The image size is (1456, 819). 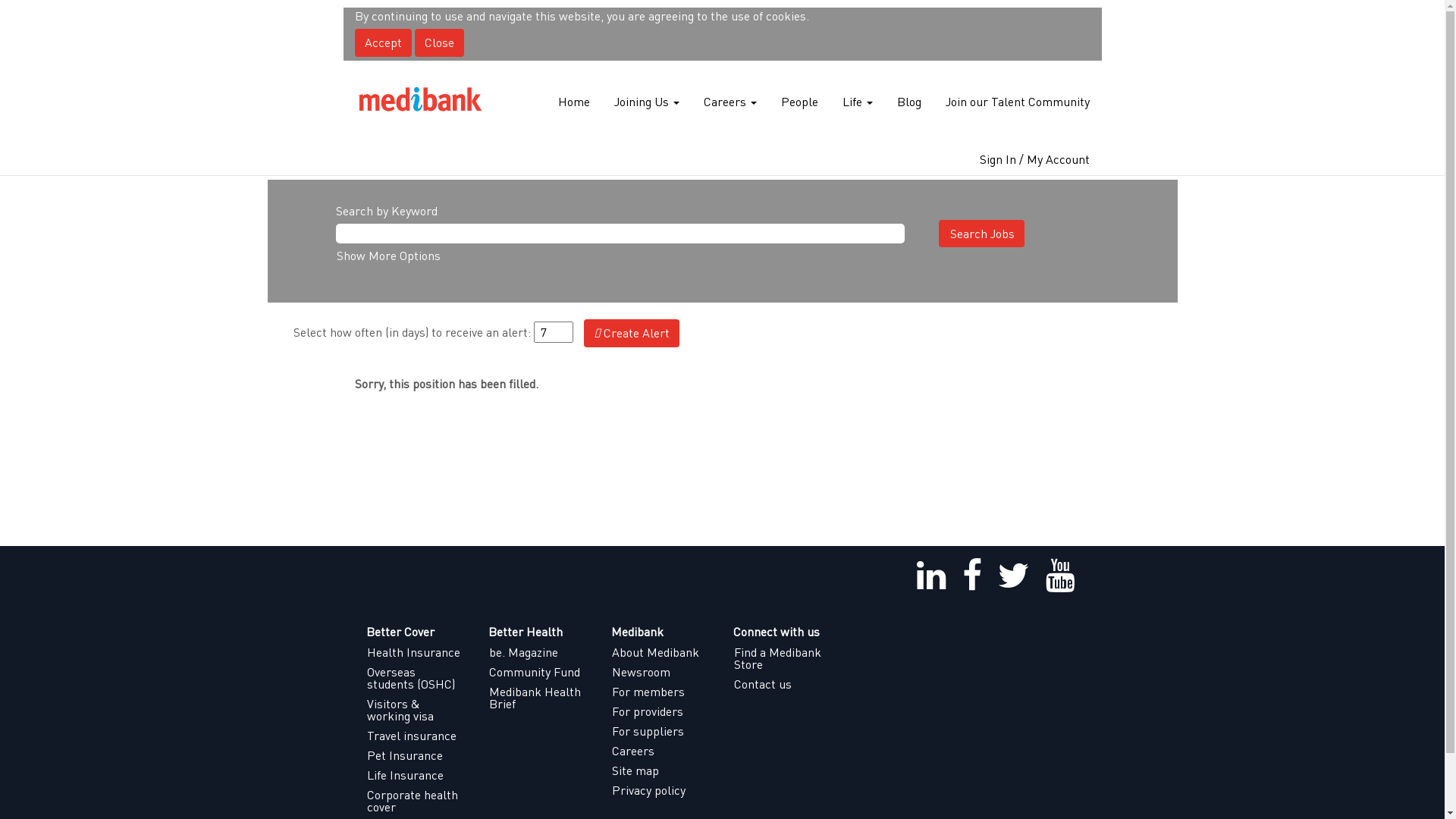 What do you see at coordinates (661, 691) in the screenshot?
I see `'For members'` at bounding box center [661, 691].